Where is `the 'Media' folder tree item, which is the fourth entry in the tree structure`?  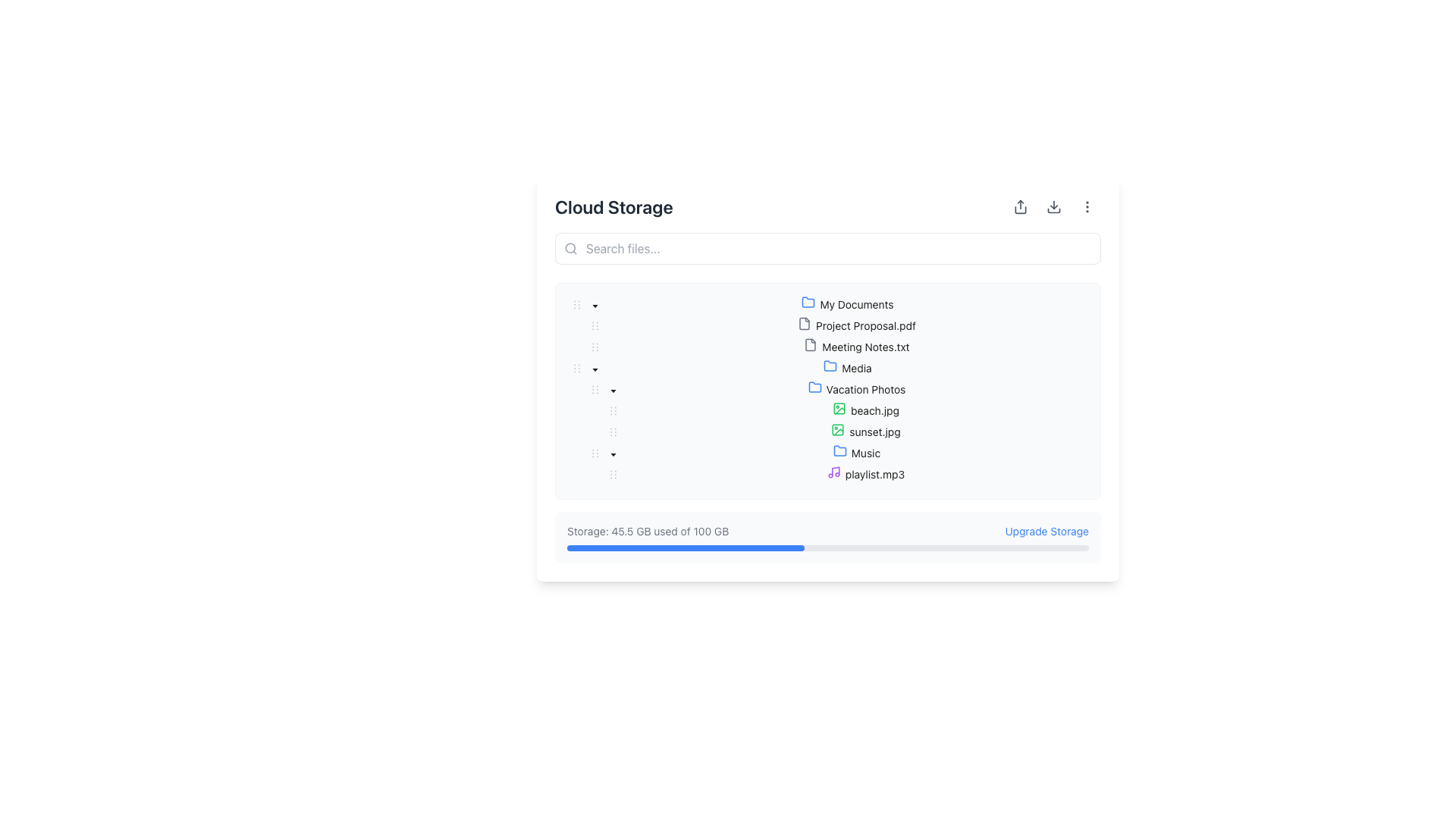
the 'Media' folder tree item, which is the fourth entry in the tree structure is located at coordinates (827, 369).